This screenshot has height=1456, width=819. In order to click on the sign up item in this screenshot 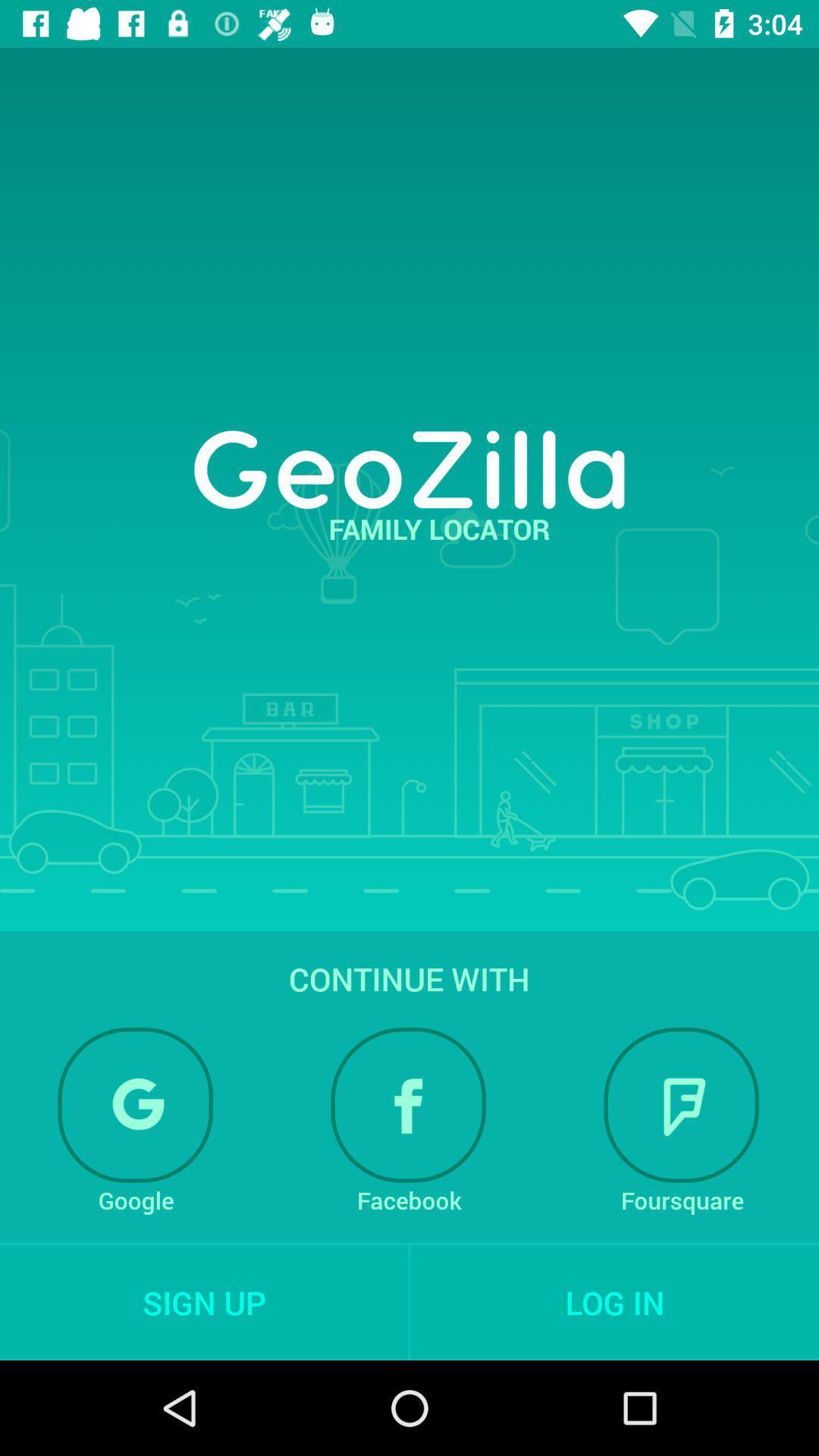, I will do `click(203, 1301)`.